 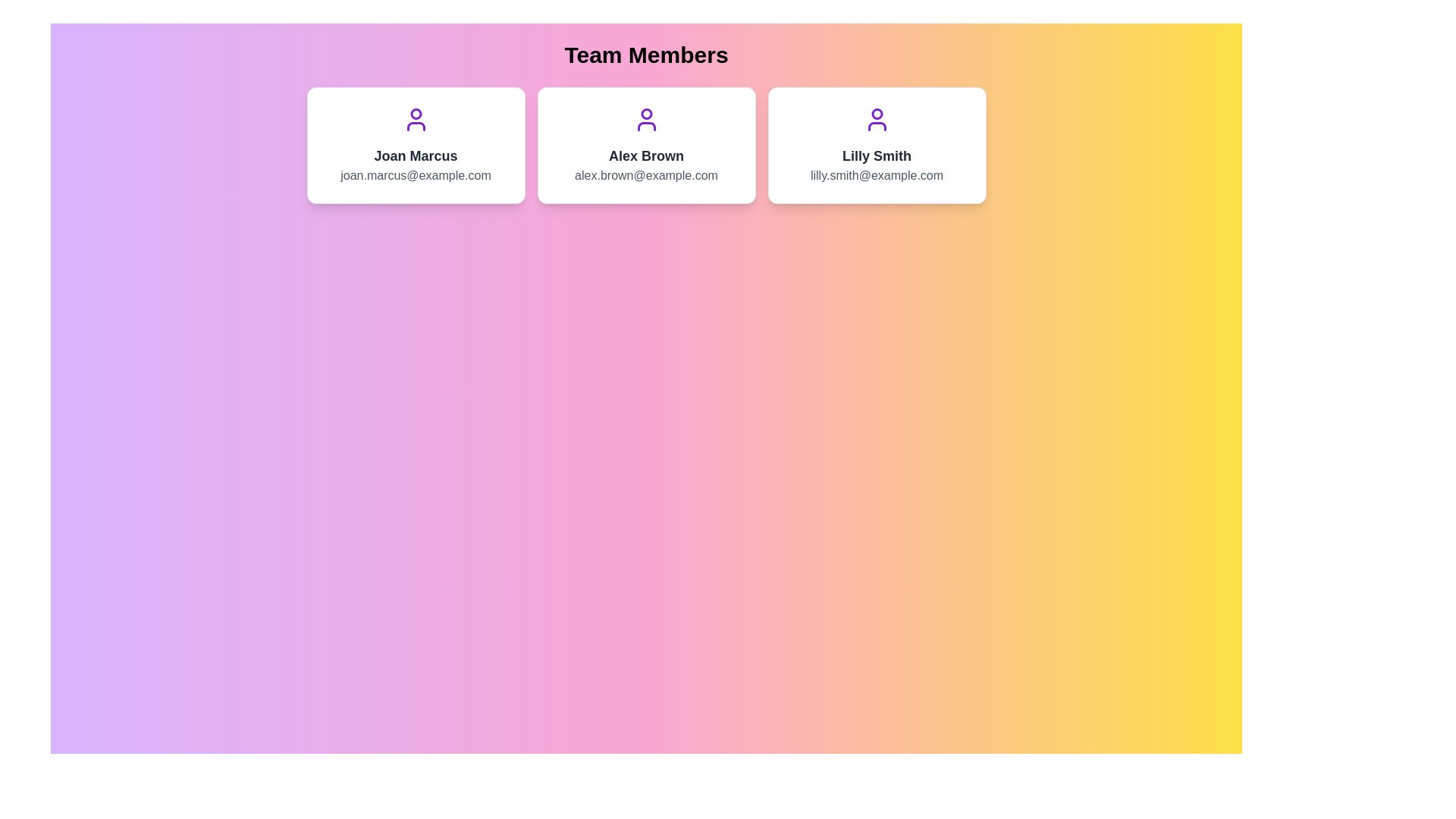 What do you see at coordinates (877, 155) in the screenshot?
I see `the text label displaying 'Lilly Smith', which is a bold and large font text centered in a white rectangular overlay with a rounded border, positioned within a card structure below a user icon and above an email text` at bounding box center [877, 155].